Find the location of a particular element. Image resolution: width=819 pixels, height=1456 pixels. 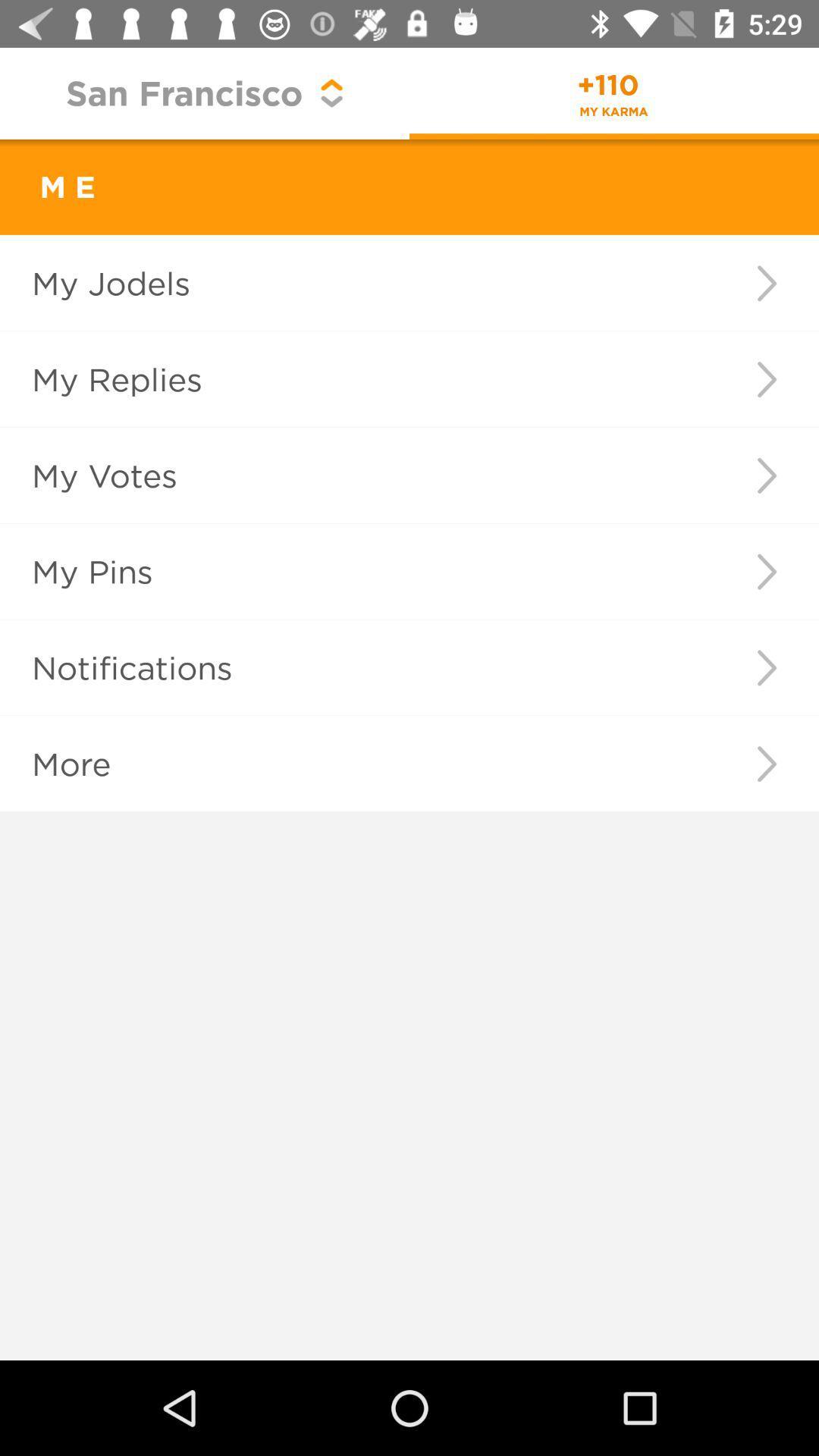

the item next to my jodels item is located at coordinates (767, 283).